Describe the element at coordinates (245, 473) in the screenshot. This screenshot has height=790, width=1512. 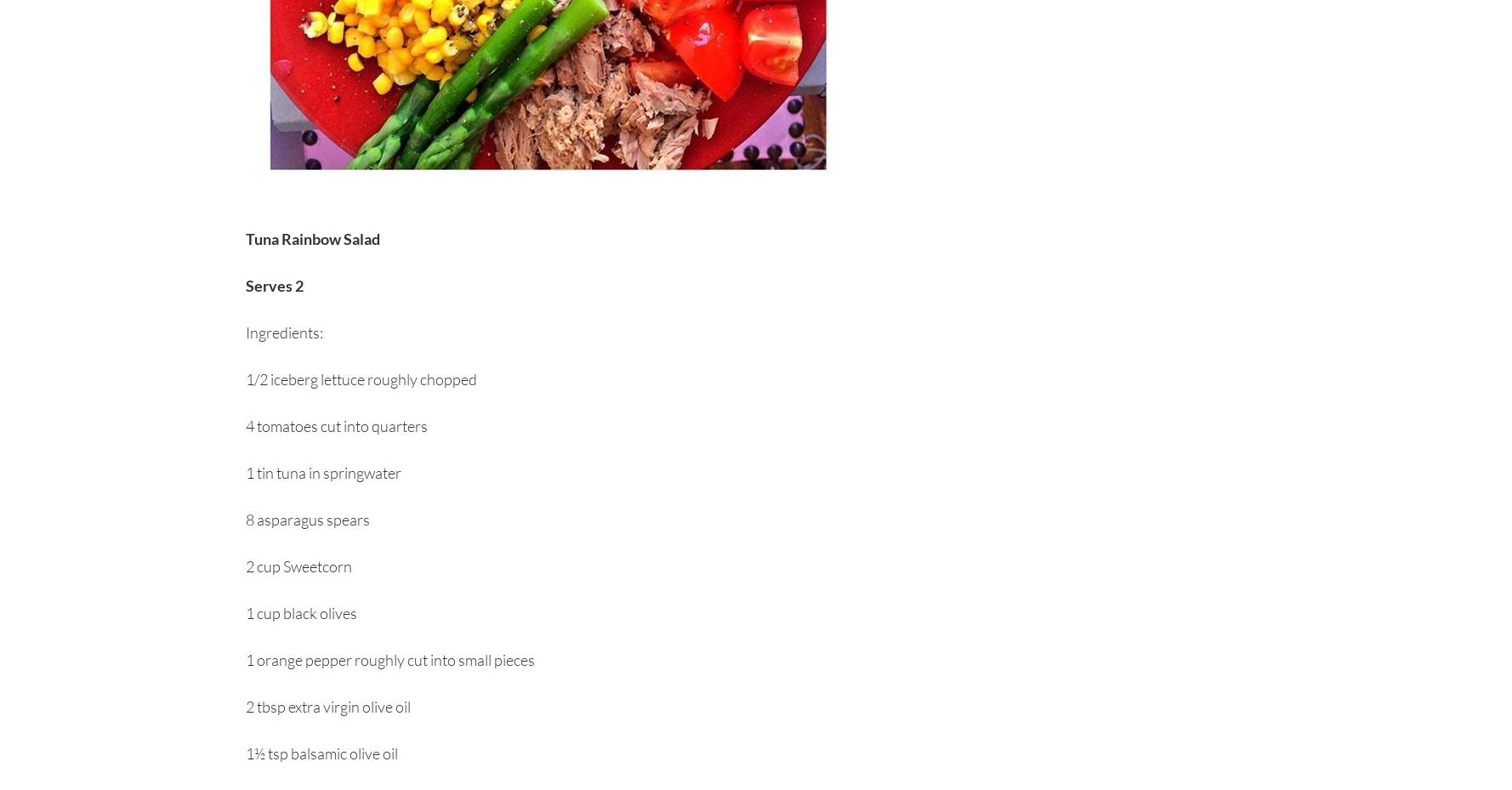
I see `'1 tin tuna in springwater'` at that location.